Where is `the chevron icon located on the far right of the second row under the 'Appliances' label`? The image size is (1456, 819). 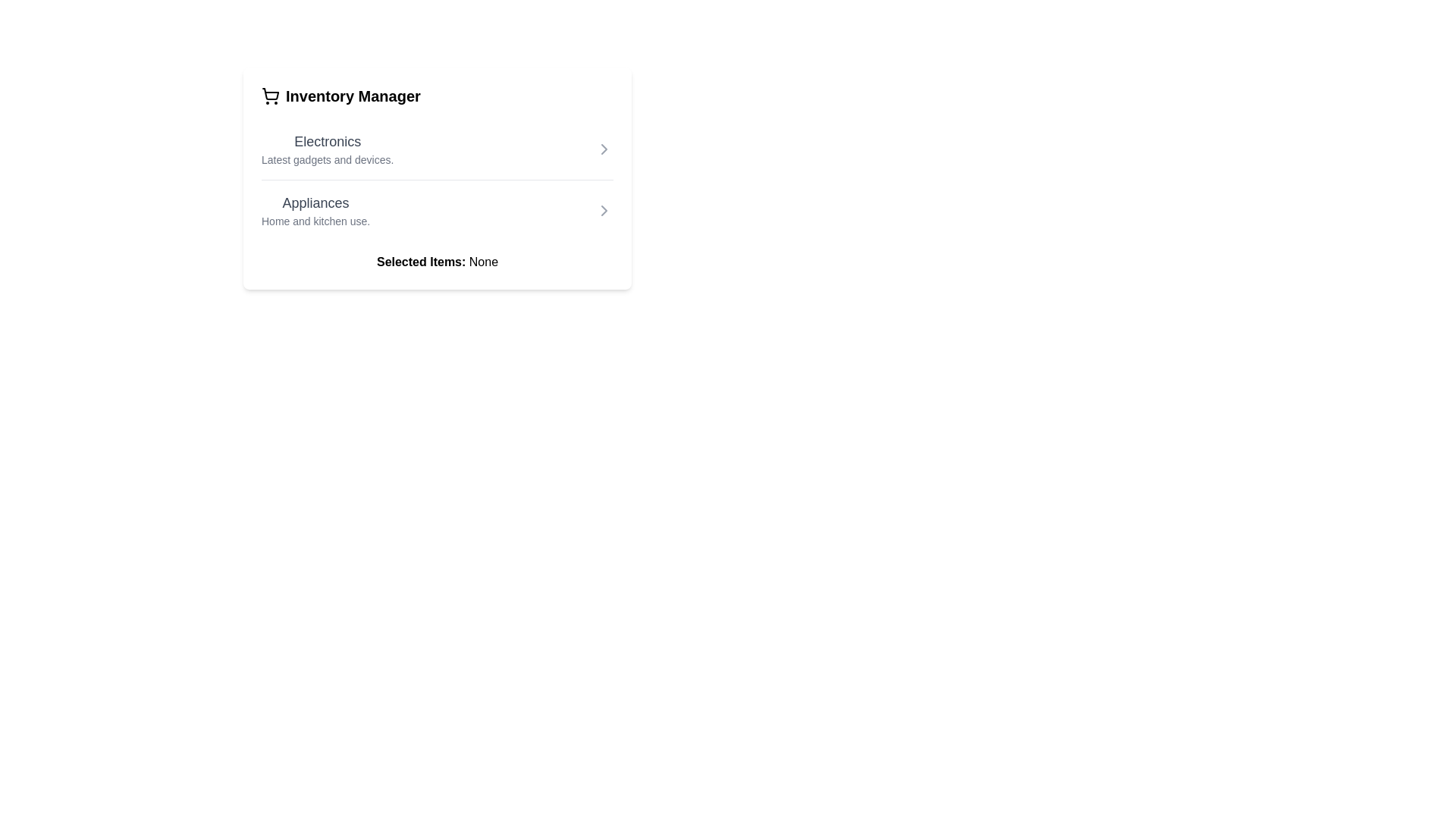
the chevron icon located on the far right of the second row under the 'Appliances' label is located at coordinates (603, 149).